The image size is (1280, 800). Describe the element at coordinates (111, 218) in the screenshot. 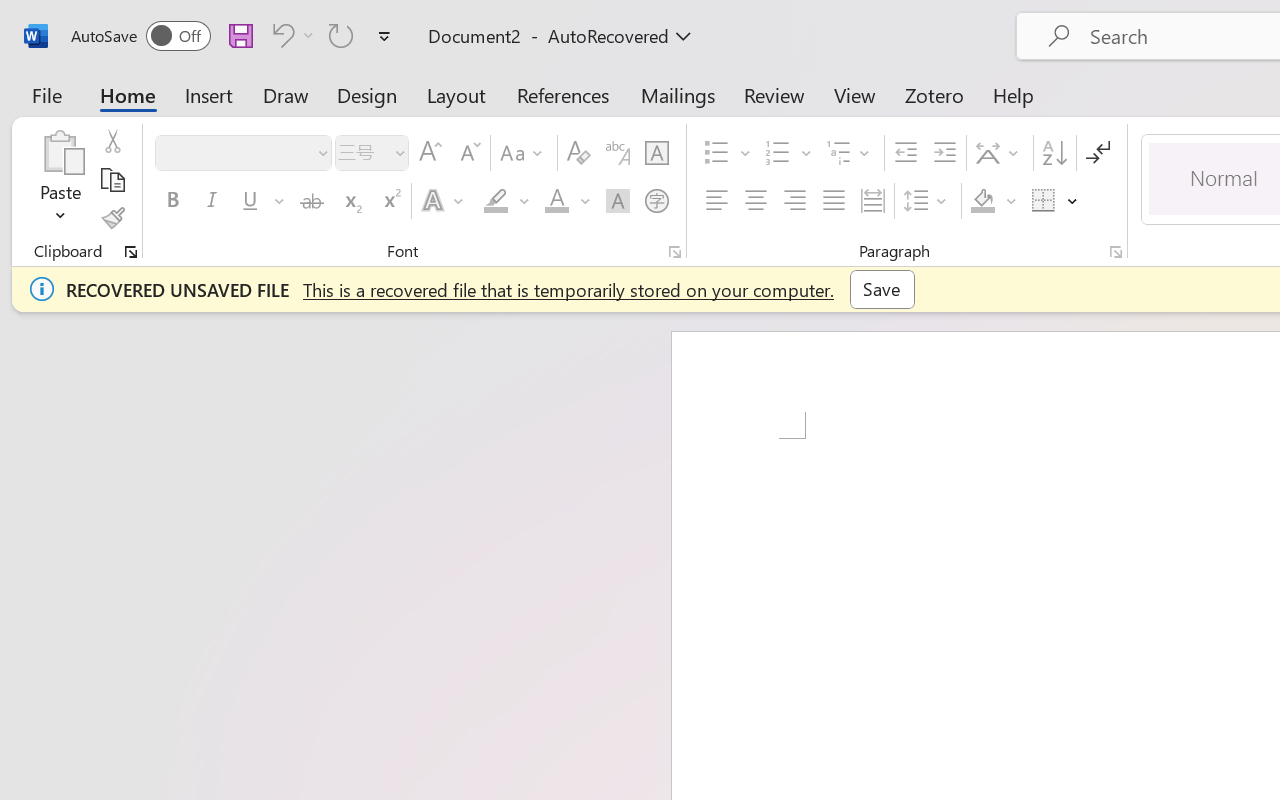

I see `'Format Painter'` at that location.